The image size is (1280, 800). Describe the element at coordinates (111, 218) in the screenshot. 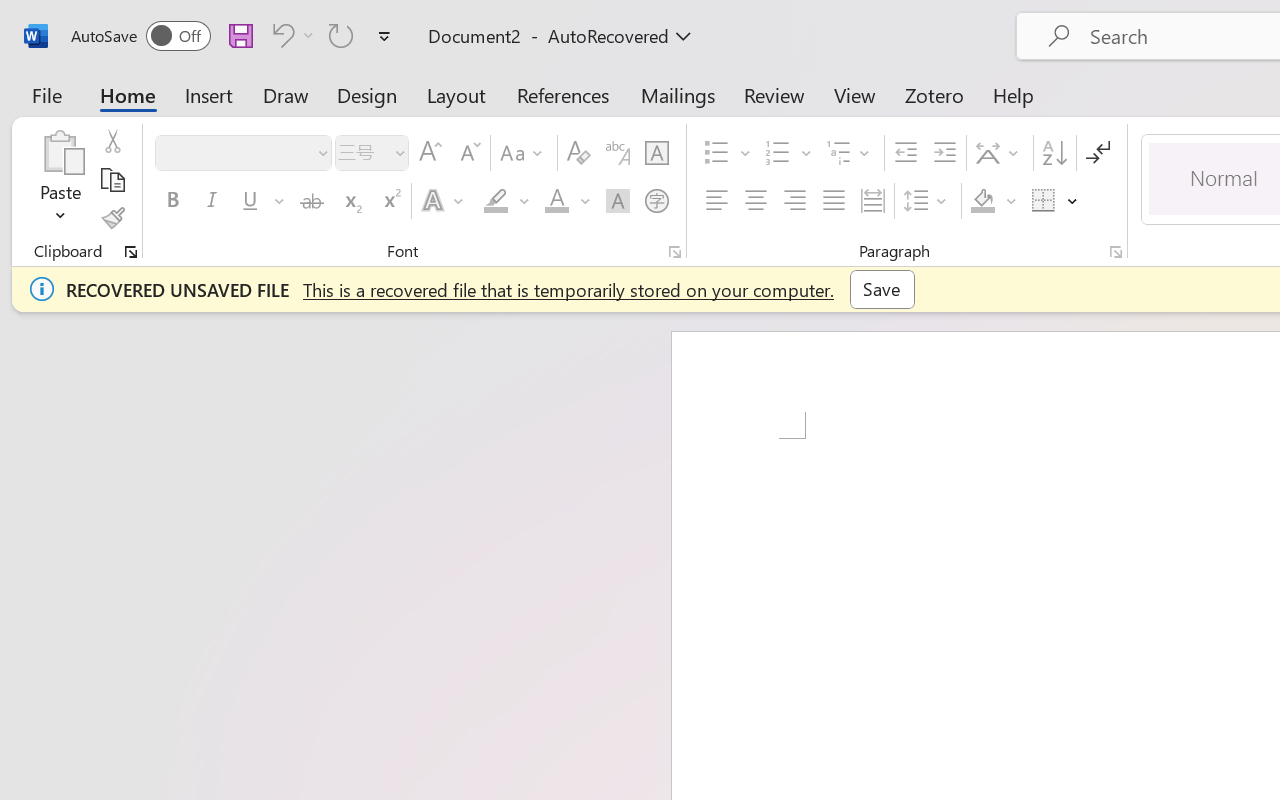

I see `'Format Painter'` at that location.